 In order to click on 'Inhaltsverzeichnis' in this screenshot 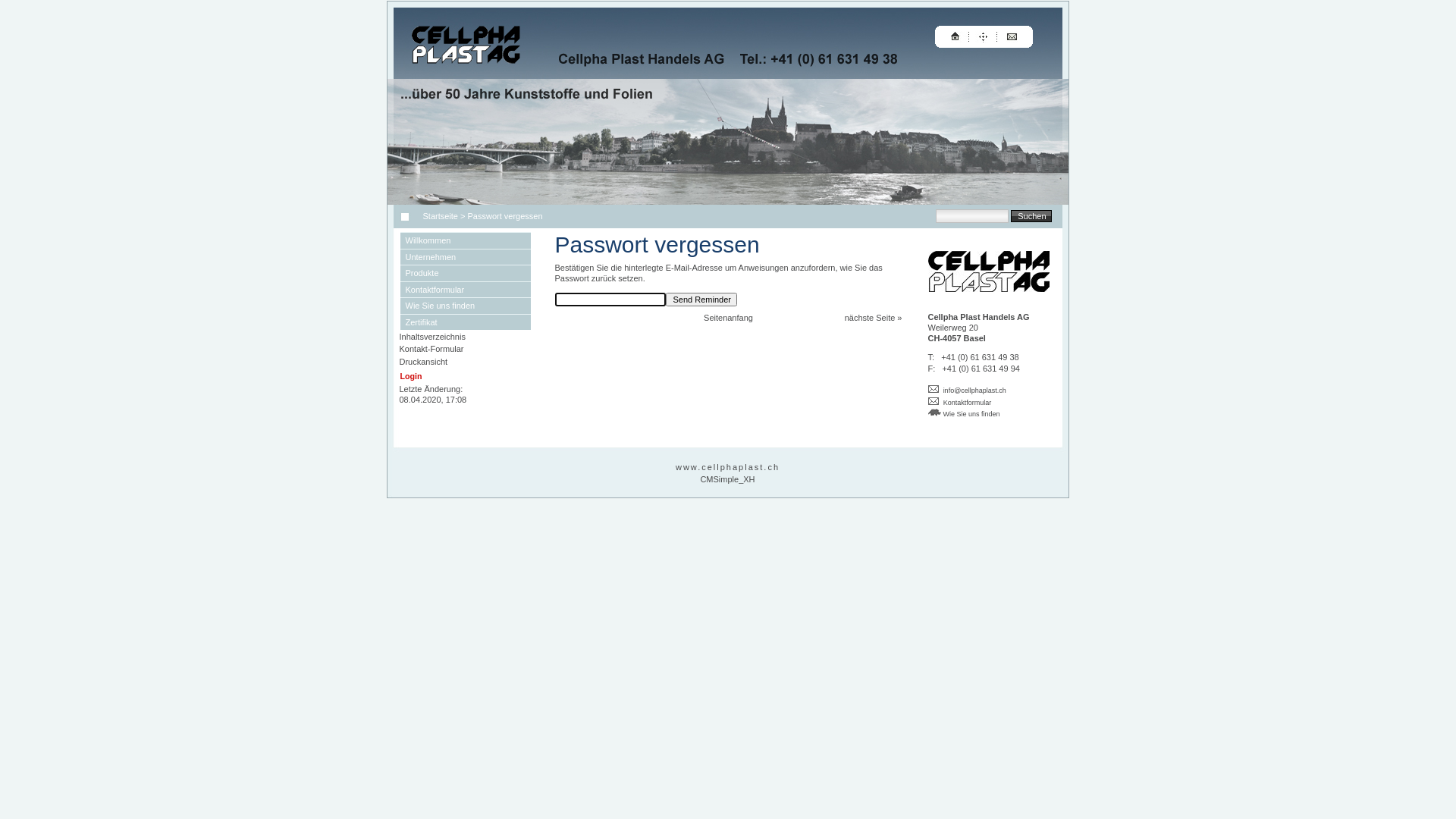, I will do `click(431, 335)`.